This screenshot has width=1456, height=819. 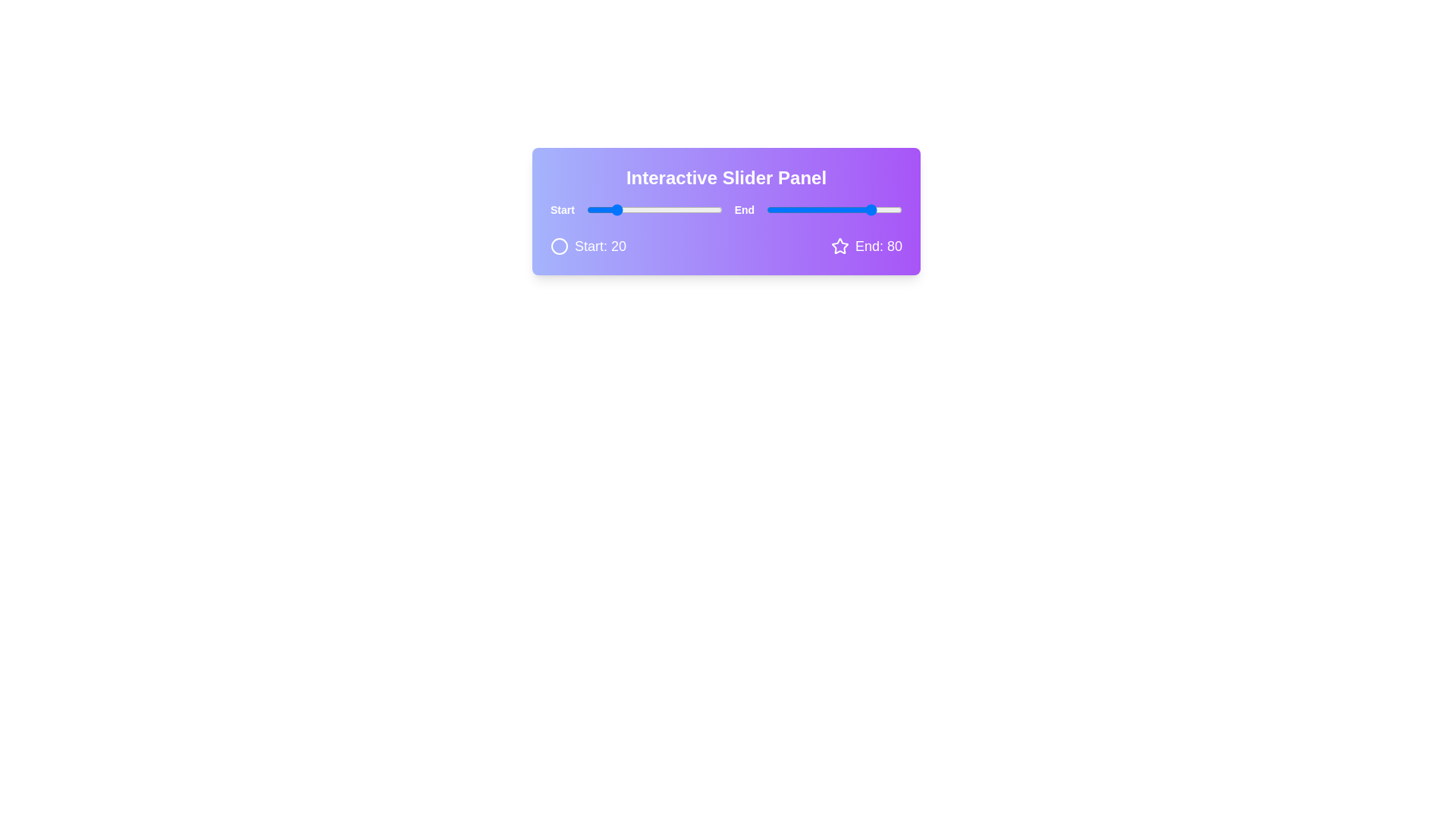 I want to click on the slider, so click(x=796, y=210).